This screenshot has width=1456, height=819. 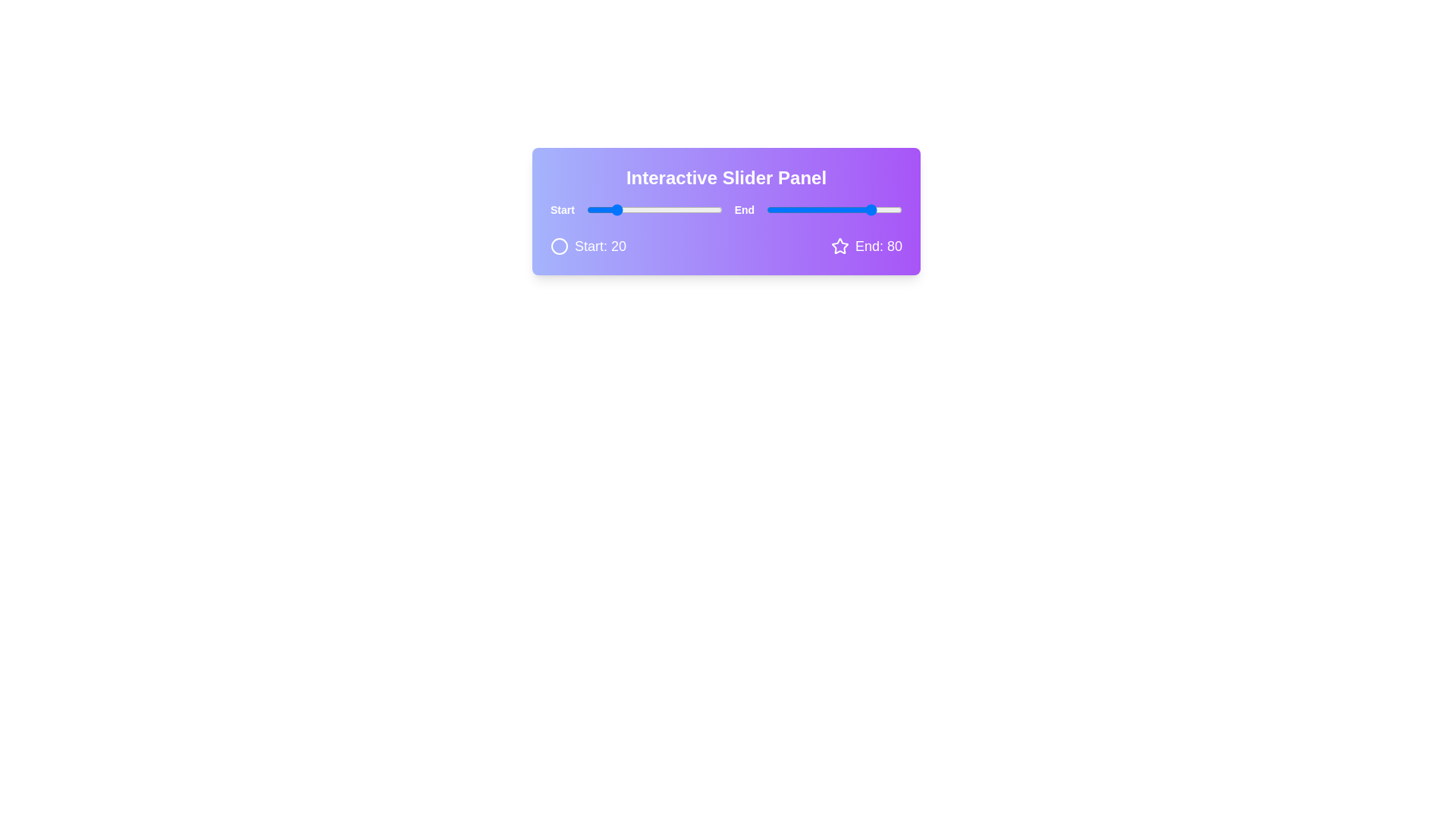 I want to click on the slider, so click(x=796, y=210).